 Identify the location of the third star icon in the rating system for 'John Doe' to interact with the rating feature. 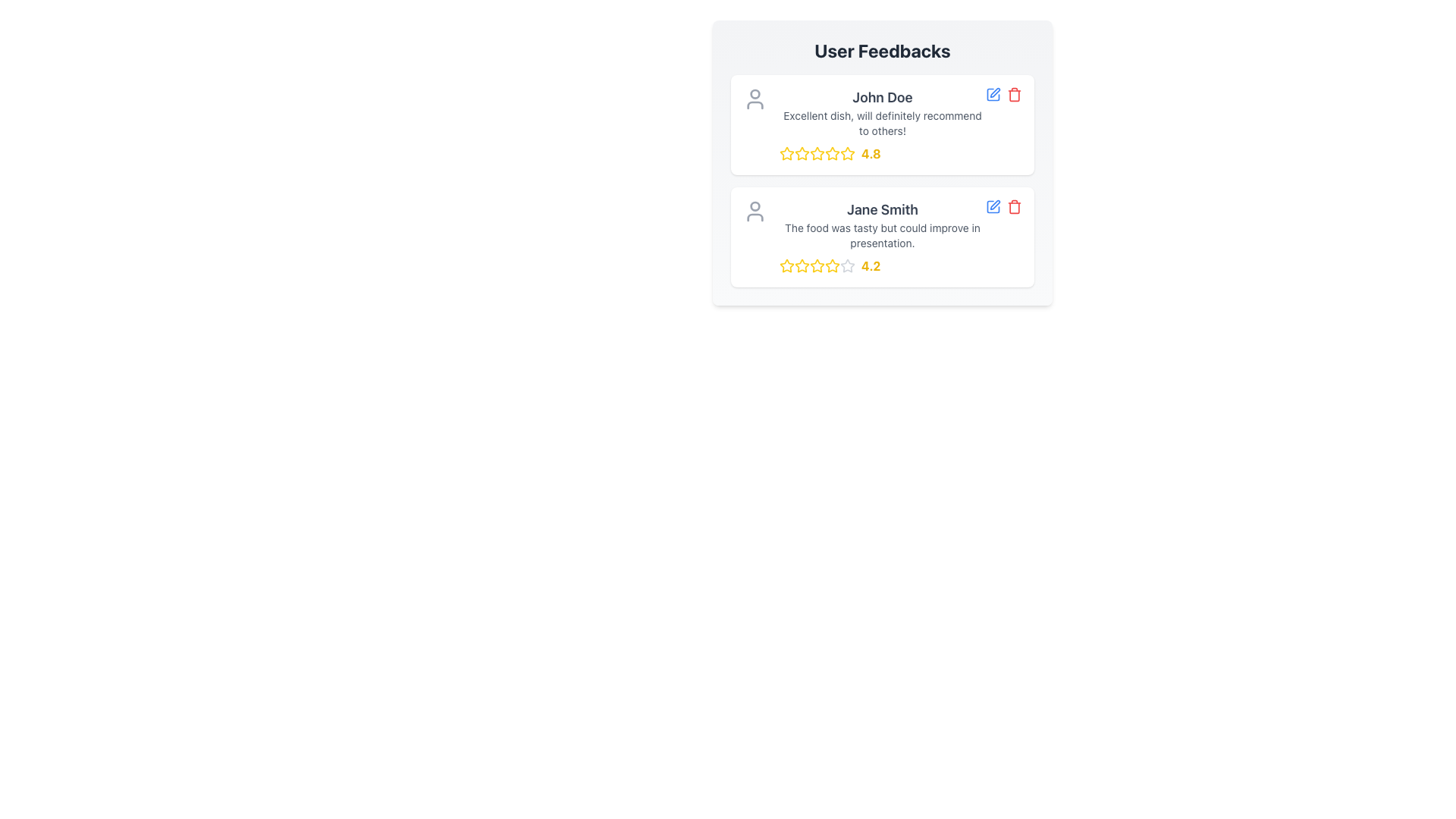
(817, 153).